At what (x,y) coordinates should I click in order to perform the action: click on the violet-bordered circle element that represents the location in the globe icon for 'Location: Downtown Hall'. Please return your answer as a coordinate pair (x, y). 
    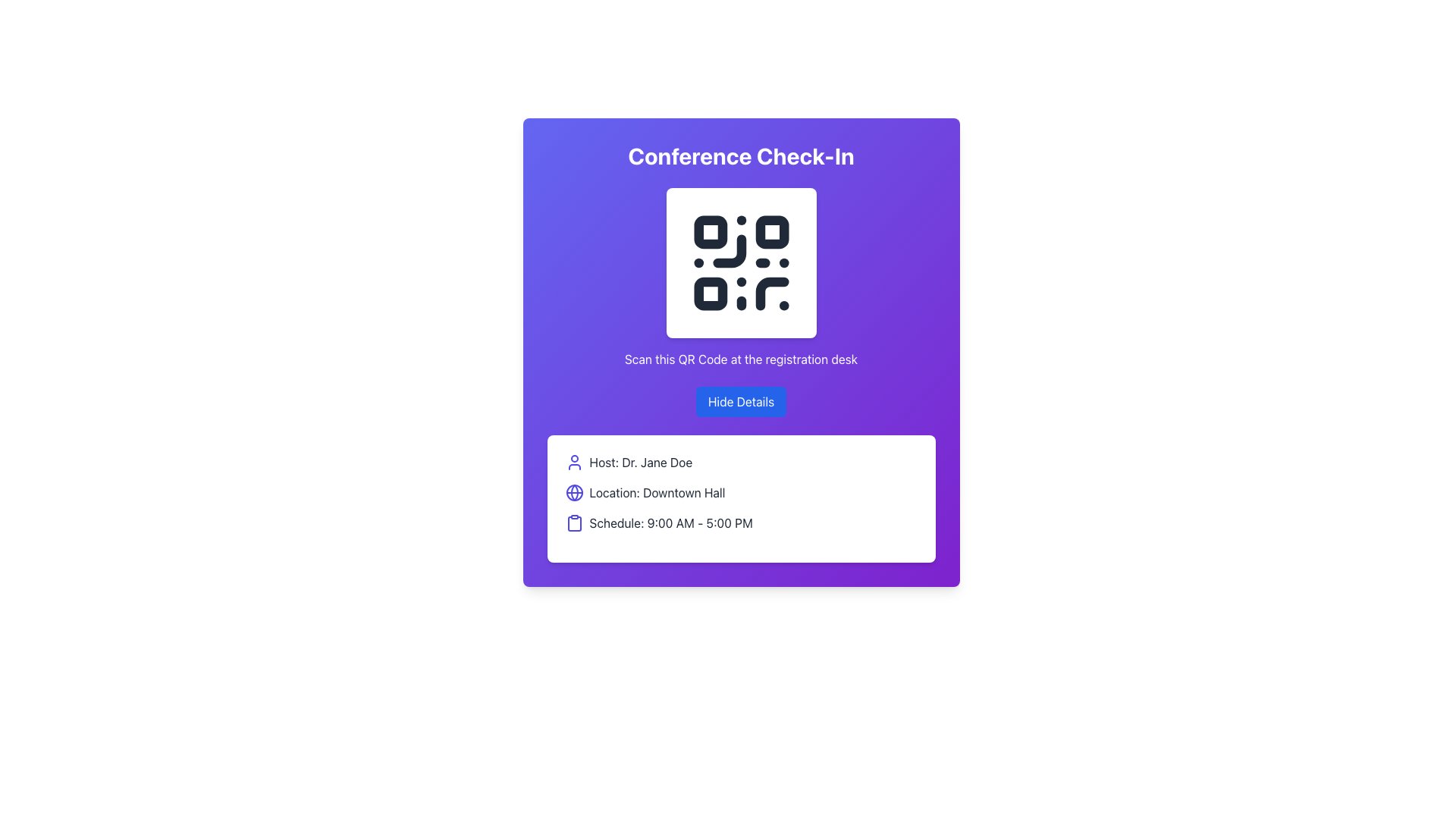
    Looking at the image, I should click on (573, 493).